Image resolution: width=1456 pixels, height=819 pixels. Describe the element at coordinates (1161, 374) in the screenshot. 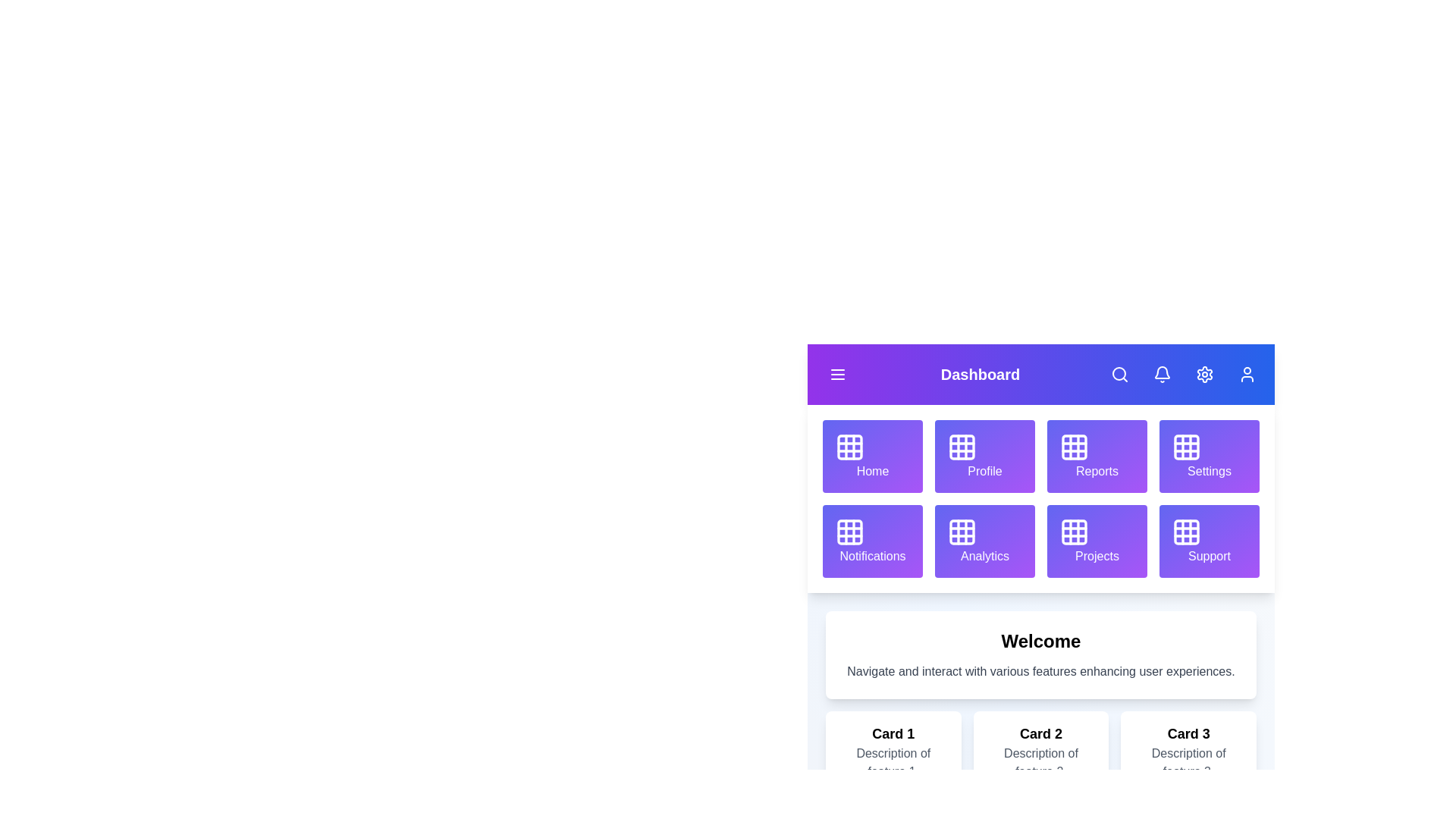

I see `the bell icon to view notifications` at that location.